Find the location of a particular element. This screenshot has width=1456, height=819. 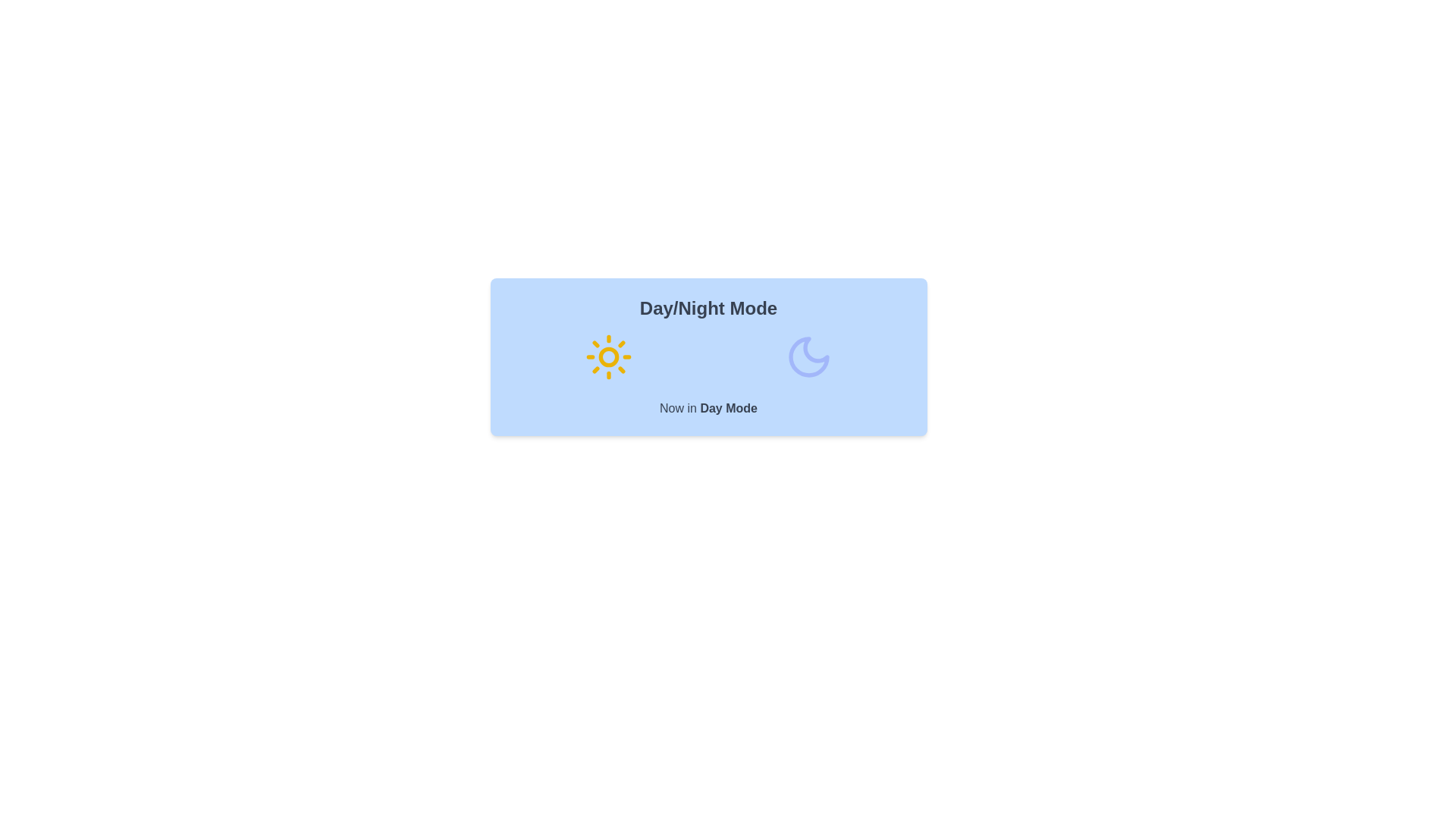

the Moon icon to trigger its animation is located at coordinates (808, 356).